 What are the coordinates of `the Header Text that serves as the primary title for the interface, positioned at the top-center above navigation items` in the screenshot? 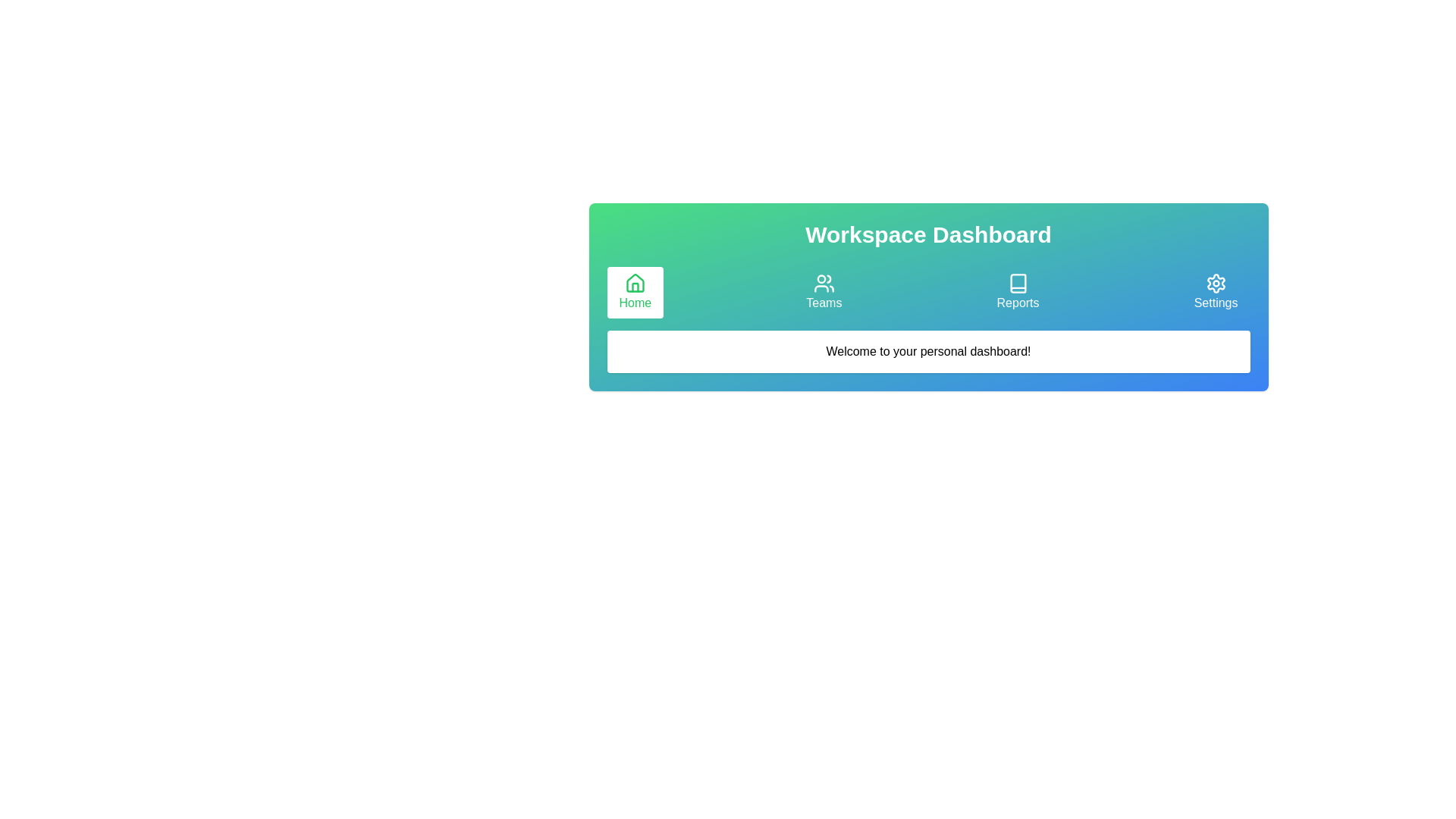 It's located at (927, 234).